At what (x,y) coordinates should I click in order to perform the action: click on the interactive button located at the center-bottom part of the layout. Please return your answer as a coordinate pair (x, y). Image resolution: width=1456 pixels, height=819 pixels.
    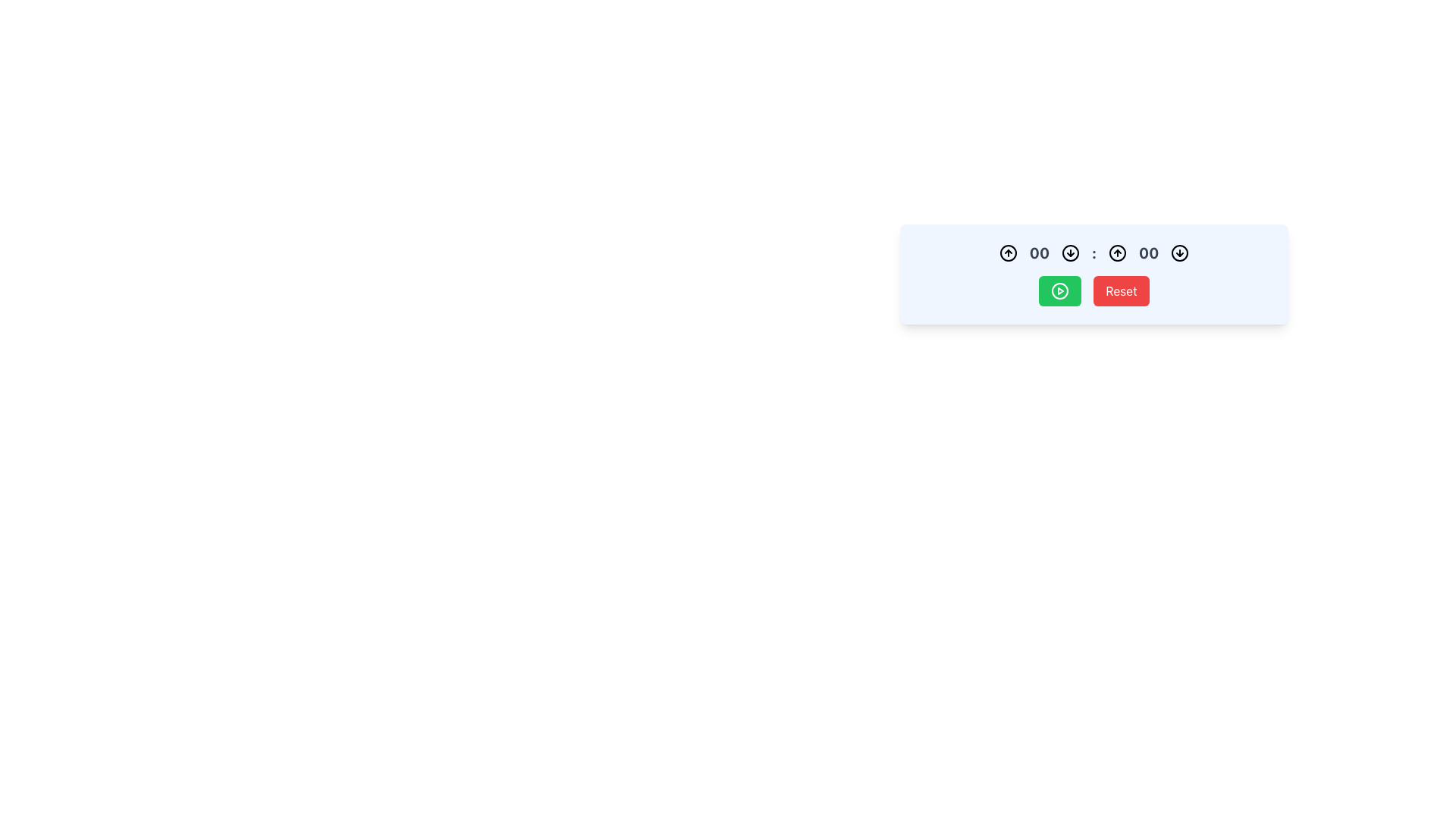
    Looking at the image, I should click on (1059, 291).